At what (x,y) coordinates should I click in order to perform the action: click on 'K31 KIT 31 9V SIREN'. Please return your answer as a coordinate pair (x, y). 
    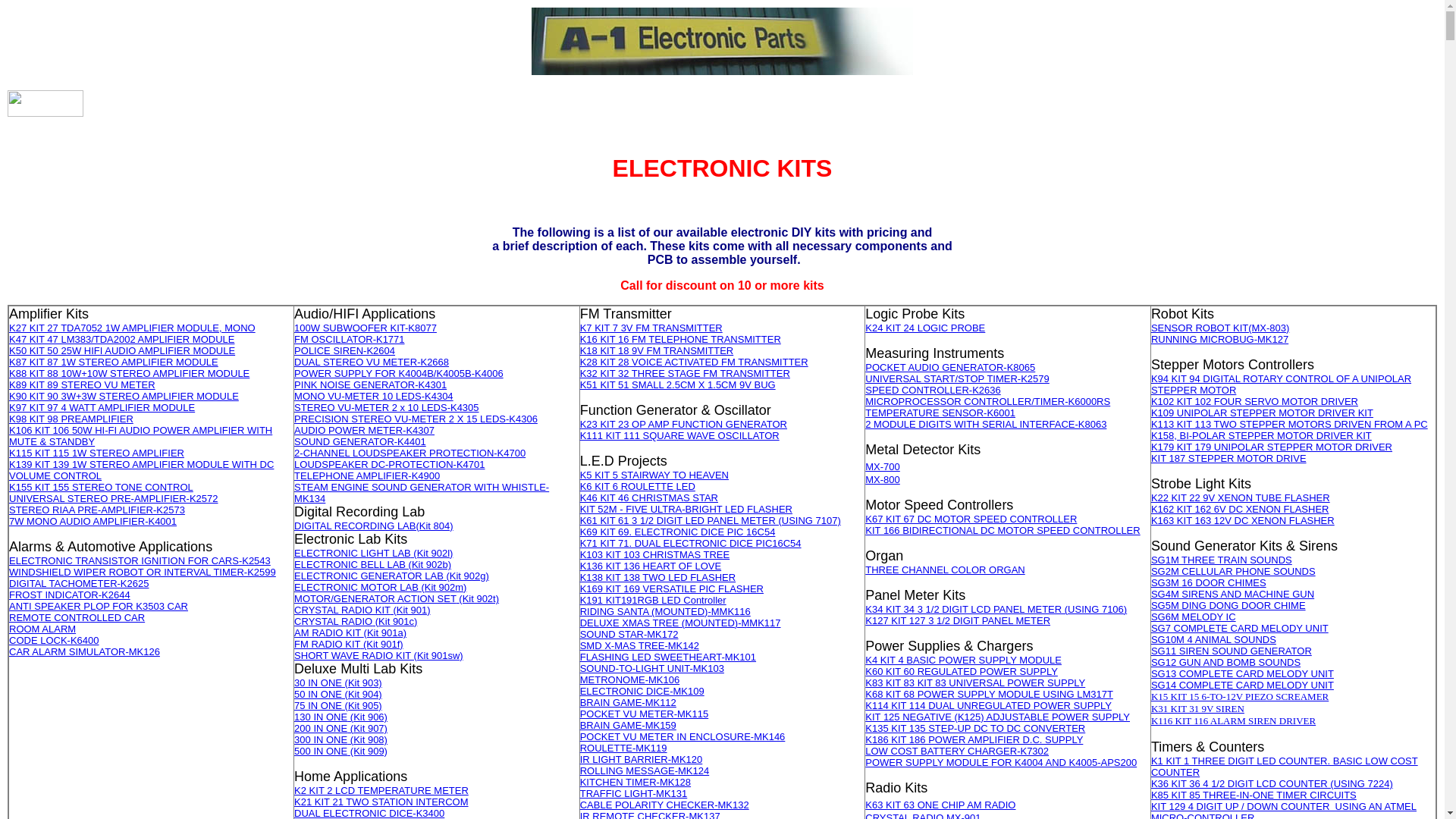
    Looking at the image, I should click on (1197, 708).